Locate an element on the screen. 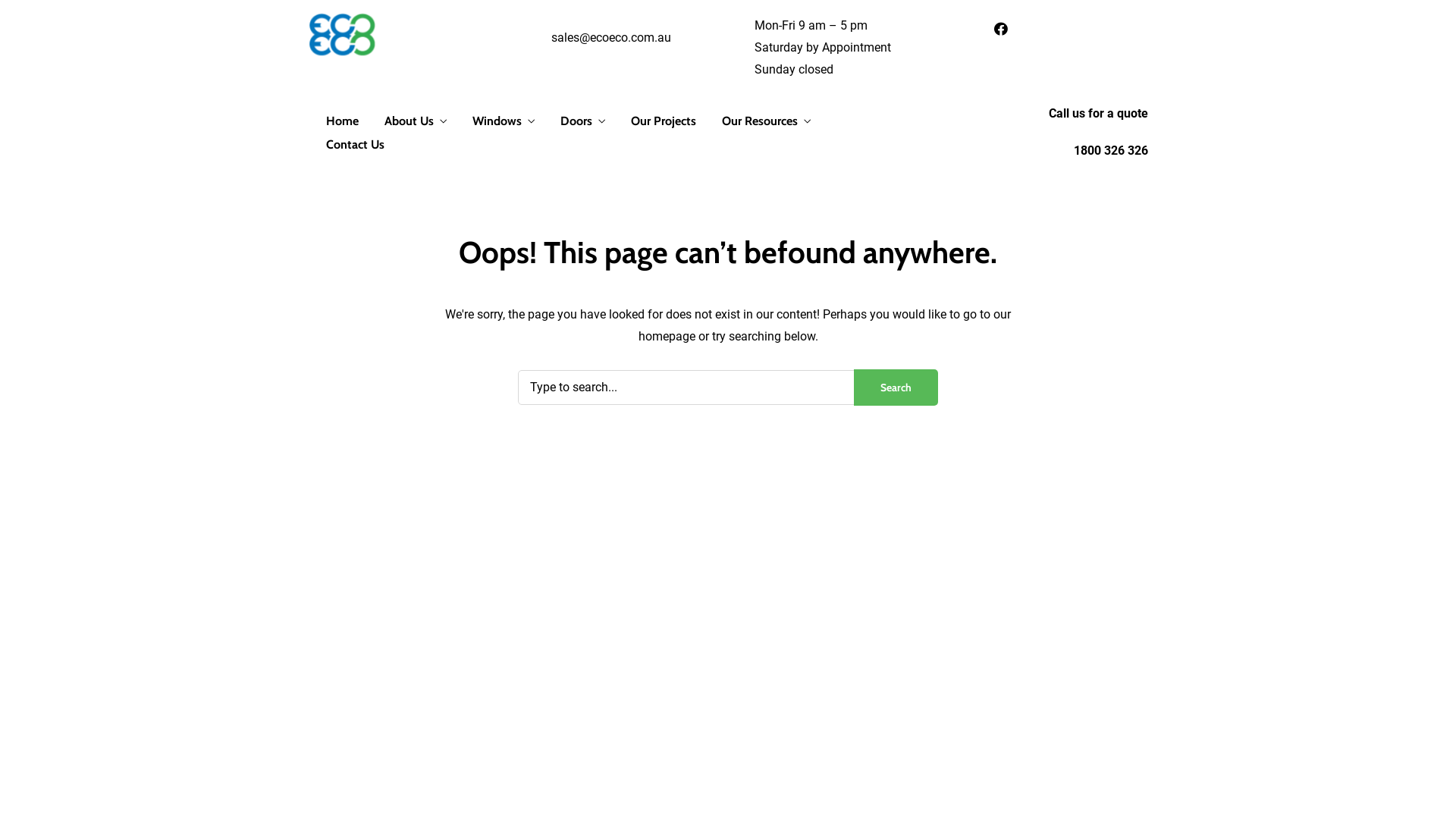  'Home' is located at coordinates (341, 121).